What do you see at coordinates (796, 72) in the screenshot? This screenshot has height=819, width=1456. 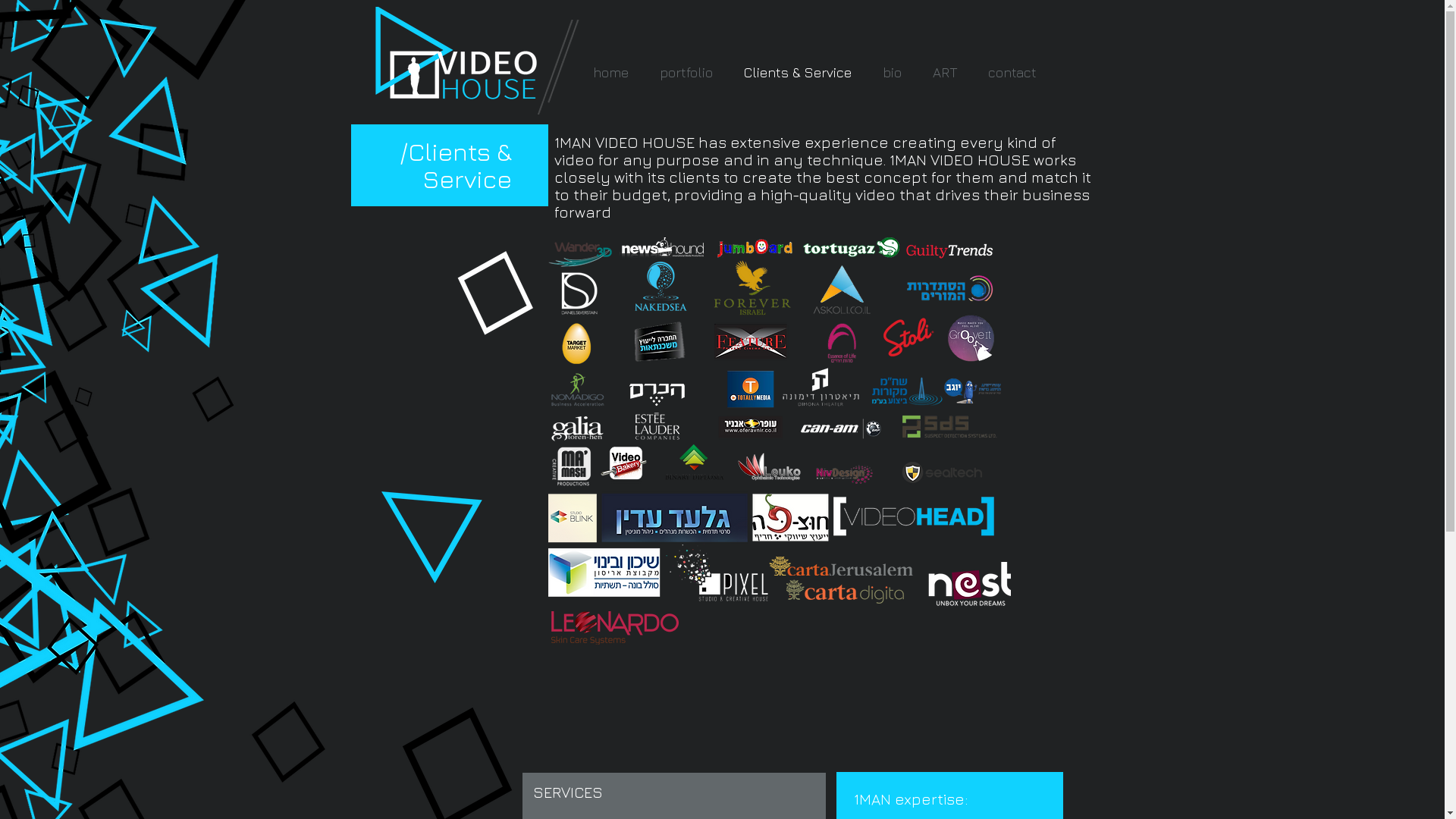 I see `'Clients & Service'` at bounding box center [796, 72].